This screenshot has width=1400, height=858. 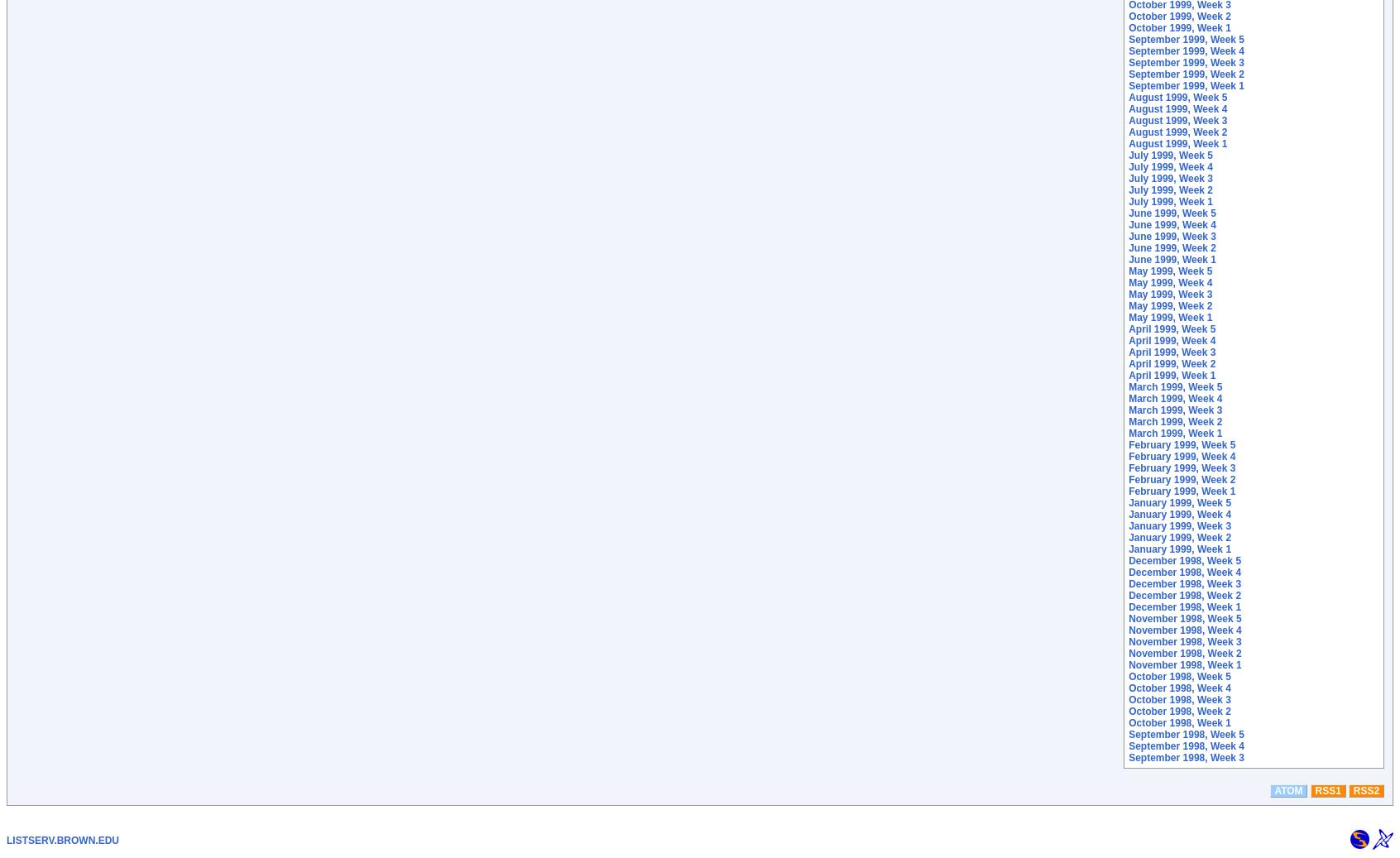 What do you see at coordinates (1169, 317) in the screenshot?
I see `'May 1999, Week 1'` at bounding box center [1169, 317].